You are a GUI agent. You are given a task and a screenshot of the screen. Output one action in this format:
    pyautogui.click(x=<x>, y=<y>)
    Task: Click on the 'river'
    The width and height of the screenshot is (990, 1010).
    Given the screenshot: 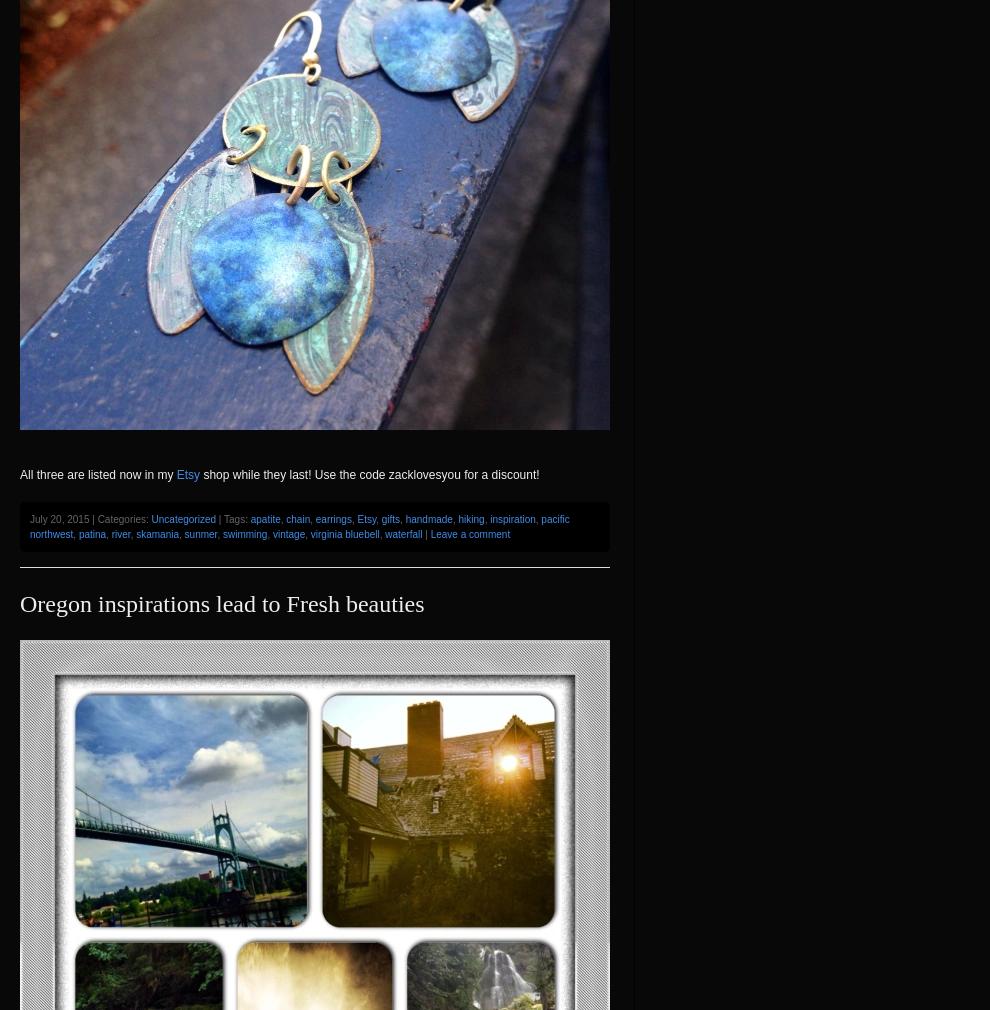 What is the action you would take?
    pyautogui.click(x=119, y=533)
    